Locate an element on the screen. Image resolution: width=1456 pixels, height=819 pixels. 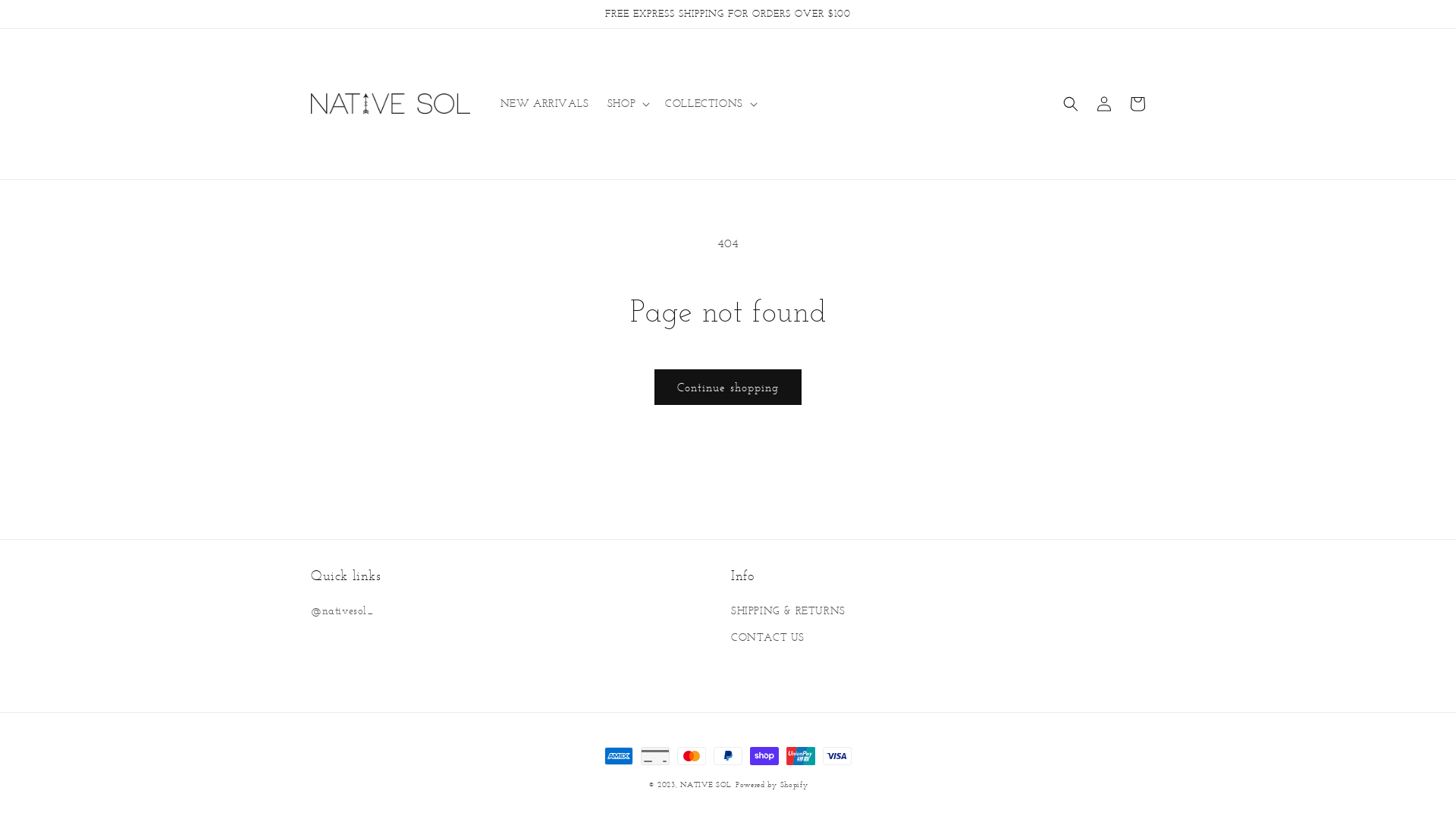
'NATIVE SOL' is located at coordinates (705, 784).